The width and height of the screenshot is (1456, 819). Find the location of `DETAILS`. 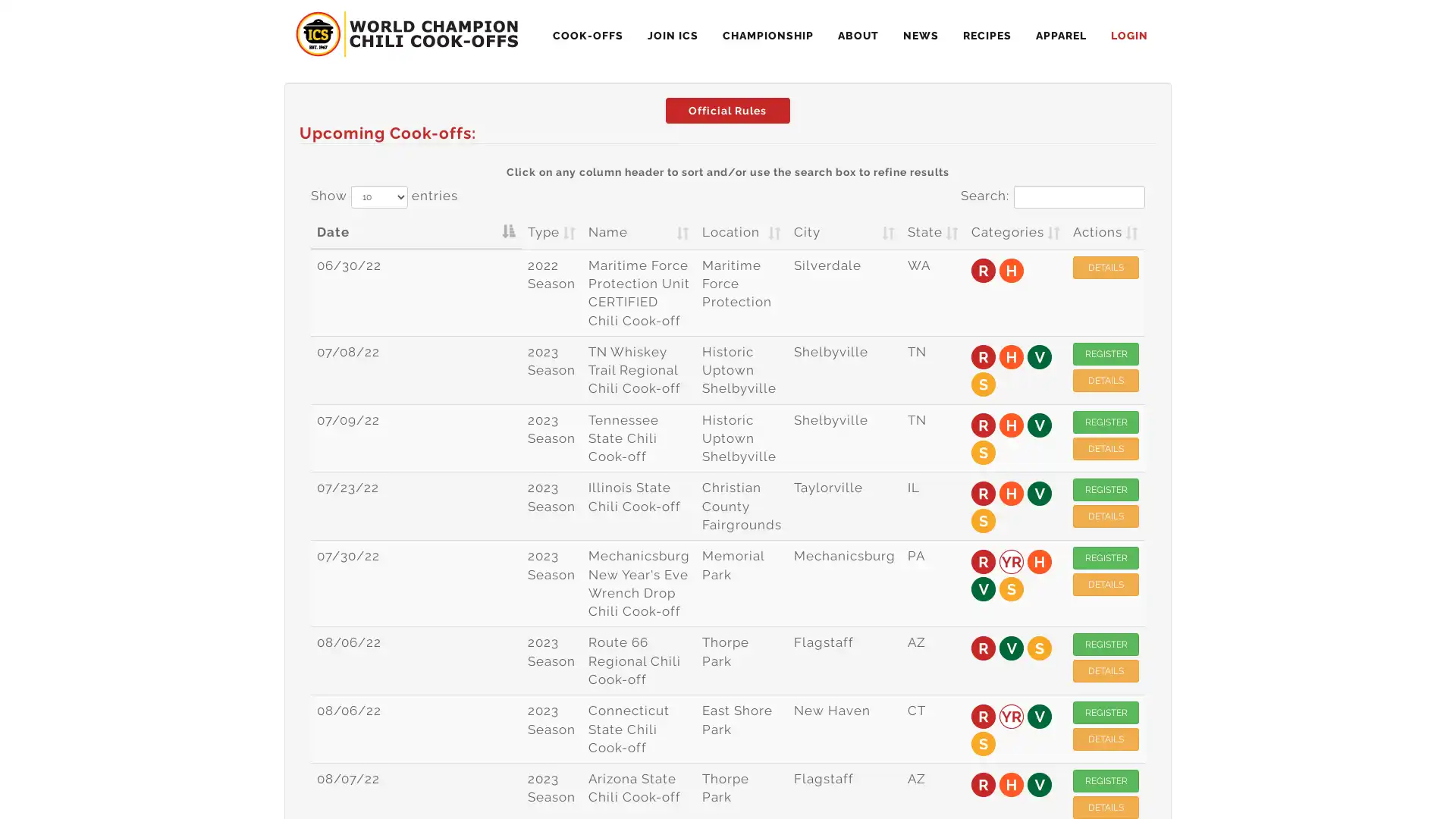

DETAILS is located at coordinates (1106, 265).